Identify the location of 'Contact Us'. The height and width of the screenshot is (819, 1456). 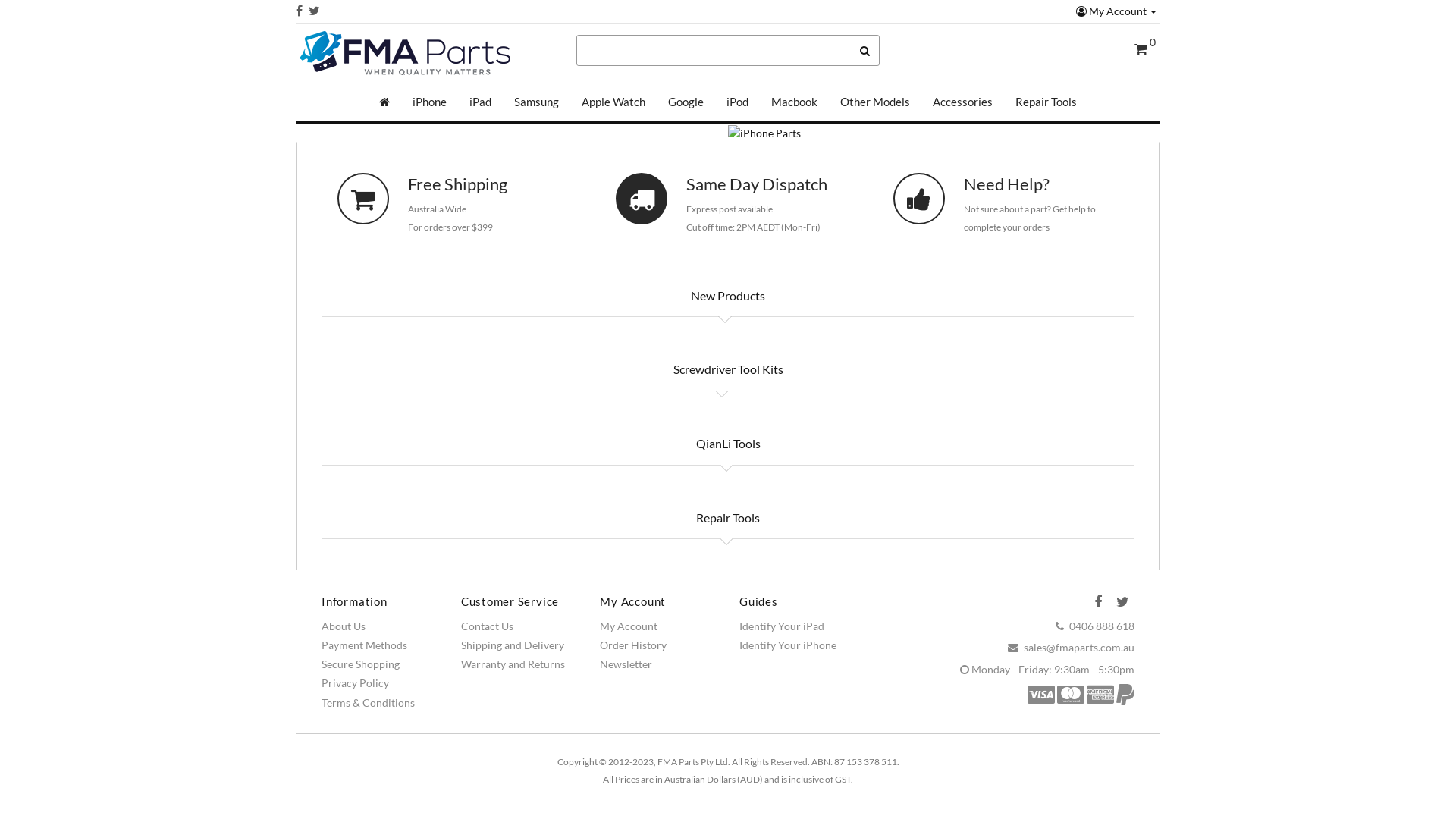
(487, 626).